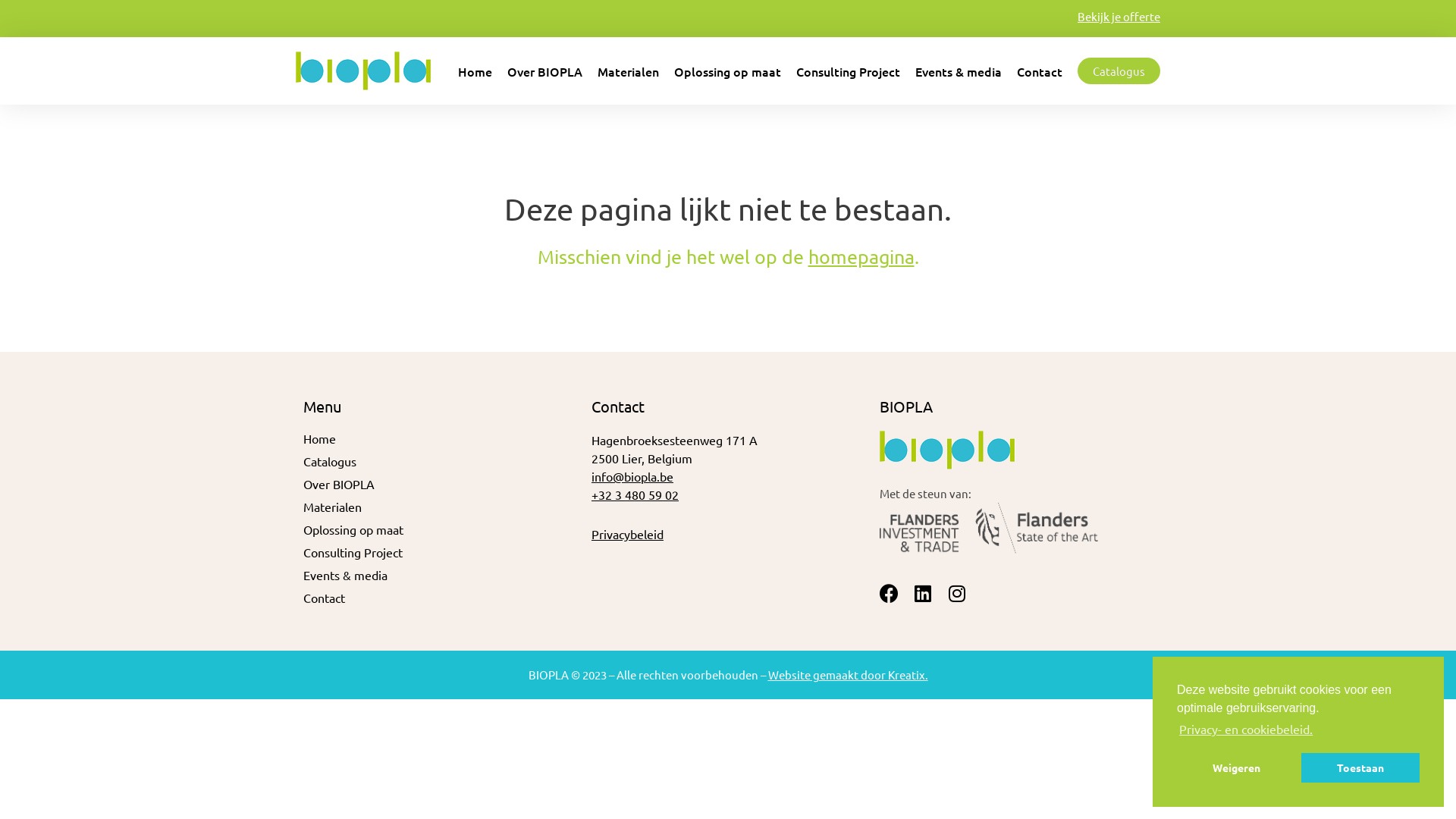 The image size is (1456, 819). What do you see at coordinates (1076, 16) in the screenshot?
I see `'Bekijk je offerte'` at bounding box center [1076, 16].